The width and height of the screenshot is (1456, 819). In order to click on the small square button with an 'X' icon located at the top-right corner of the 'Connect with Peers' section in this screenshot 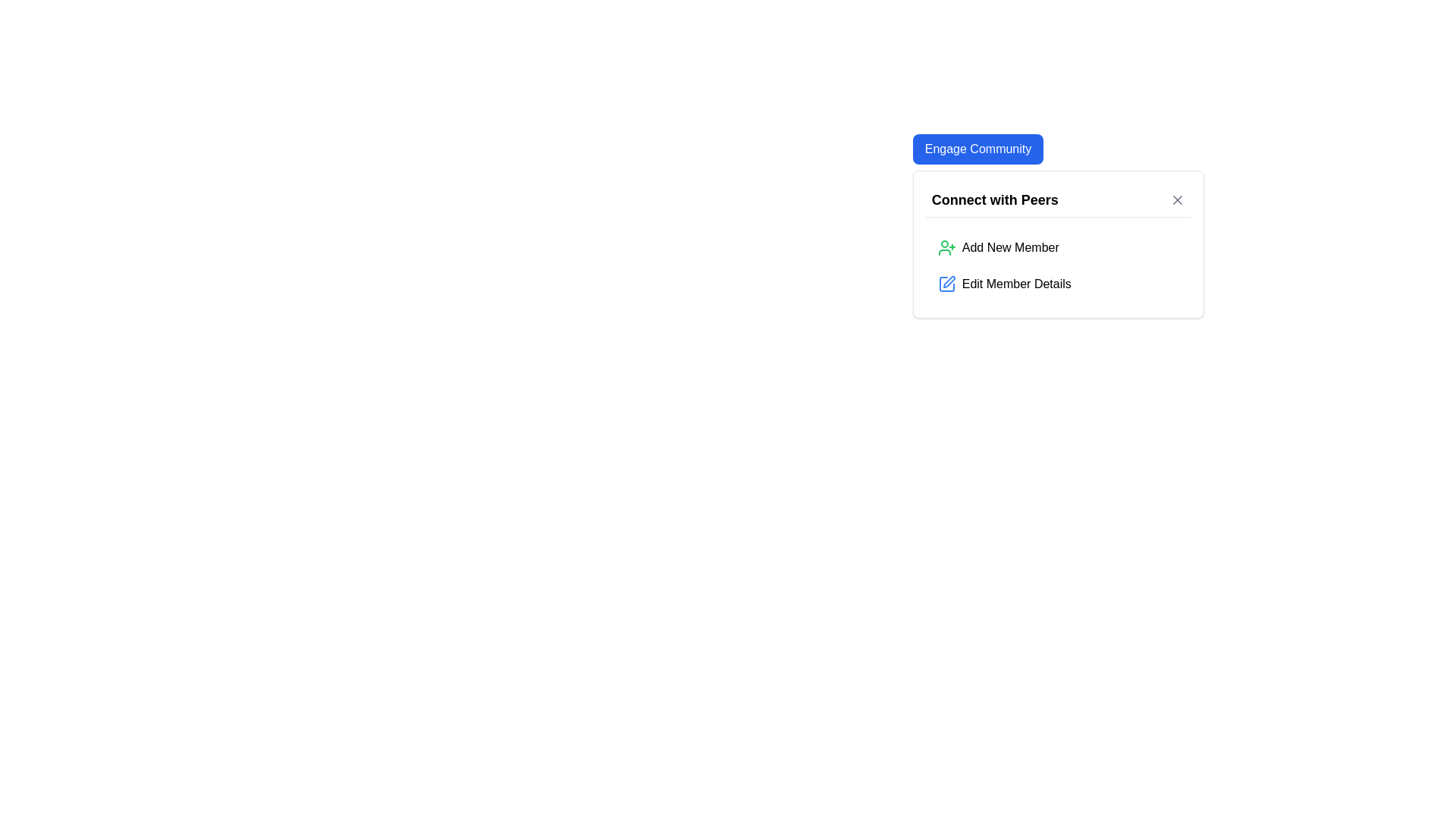, I will do `click(1176, 199)`.